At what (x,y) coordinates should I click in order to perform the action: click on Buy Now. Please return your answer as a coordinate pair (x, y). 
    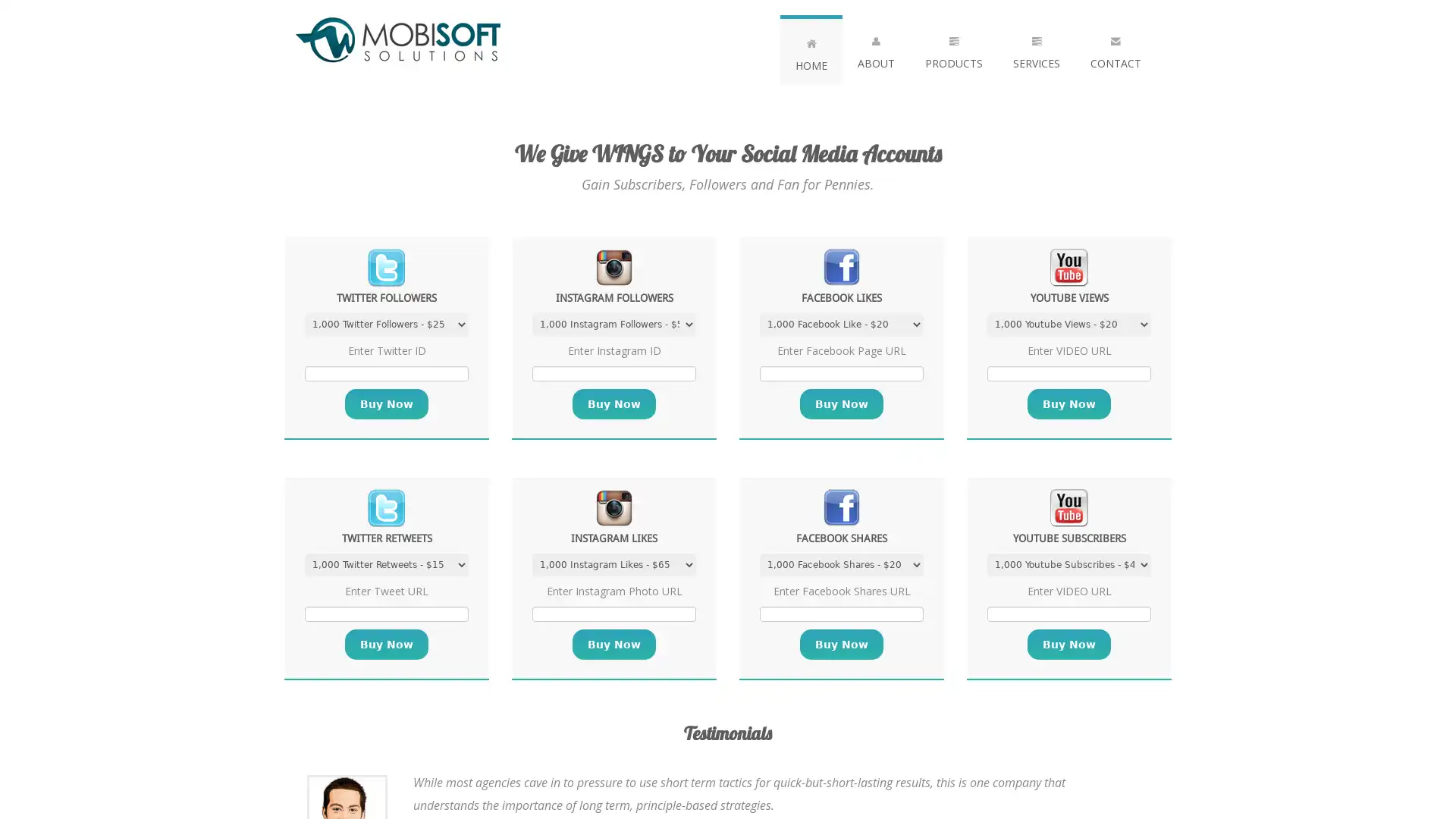
    Looking at the image, I should click on (614, 403).